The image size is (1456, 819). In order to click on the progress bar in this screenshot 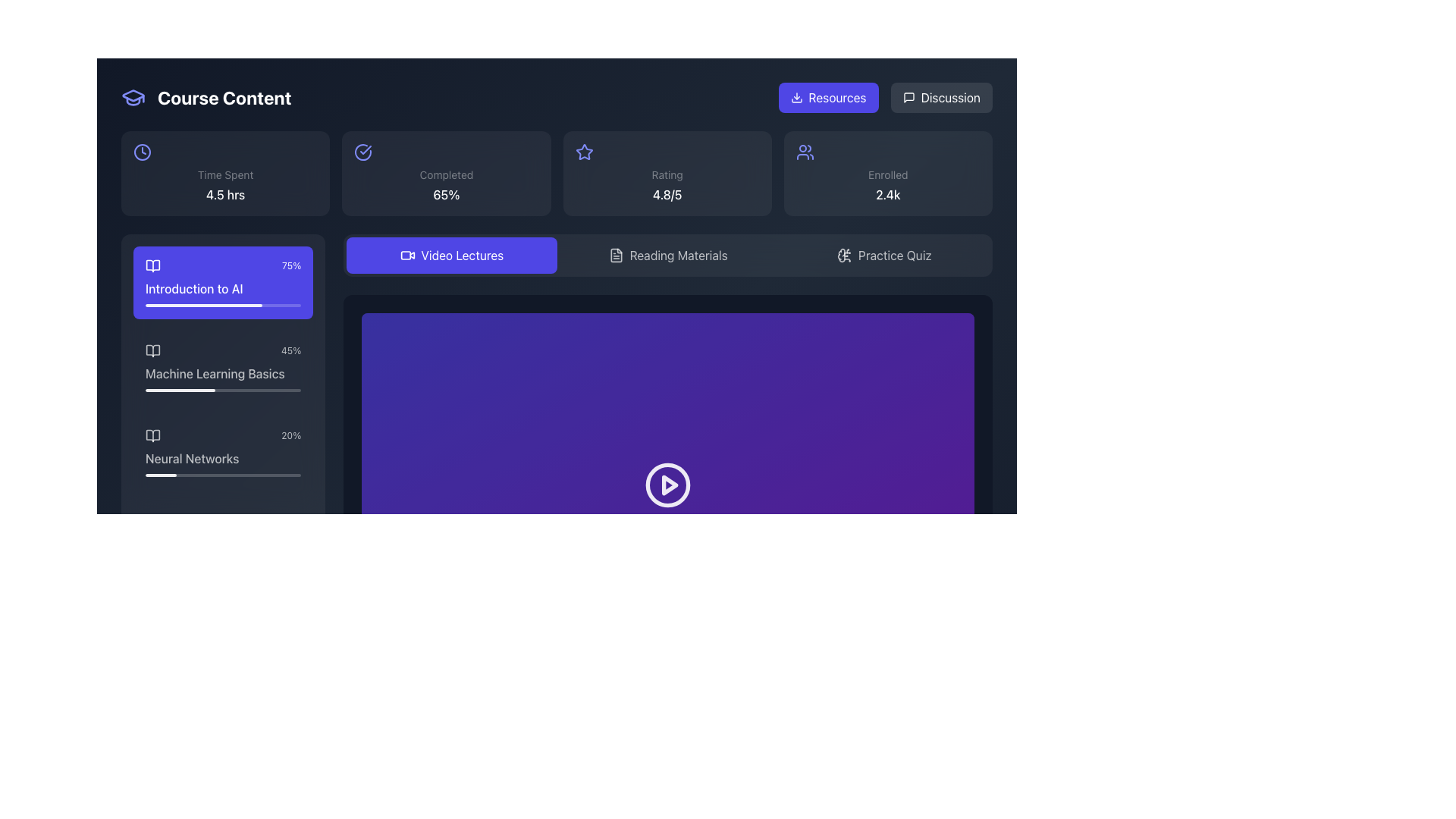, I will do `click(273, 305)`.